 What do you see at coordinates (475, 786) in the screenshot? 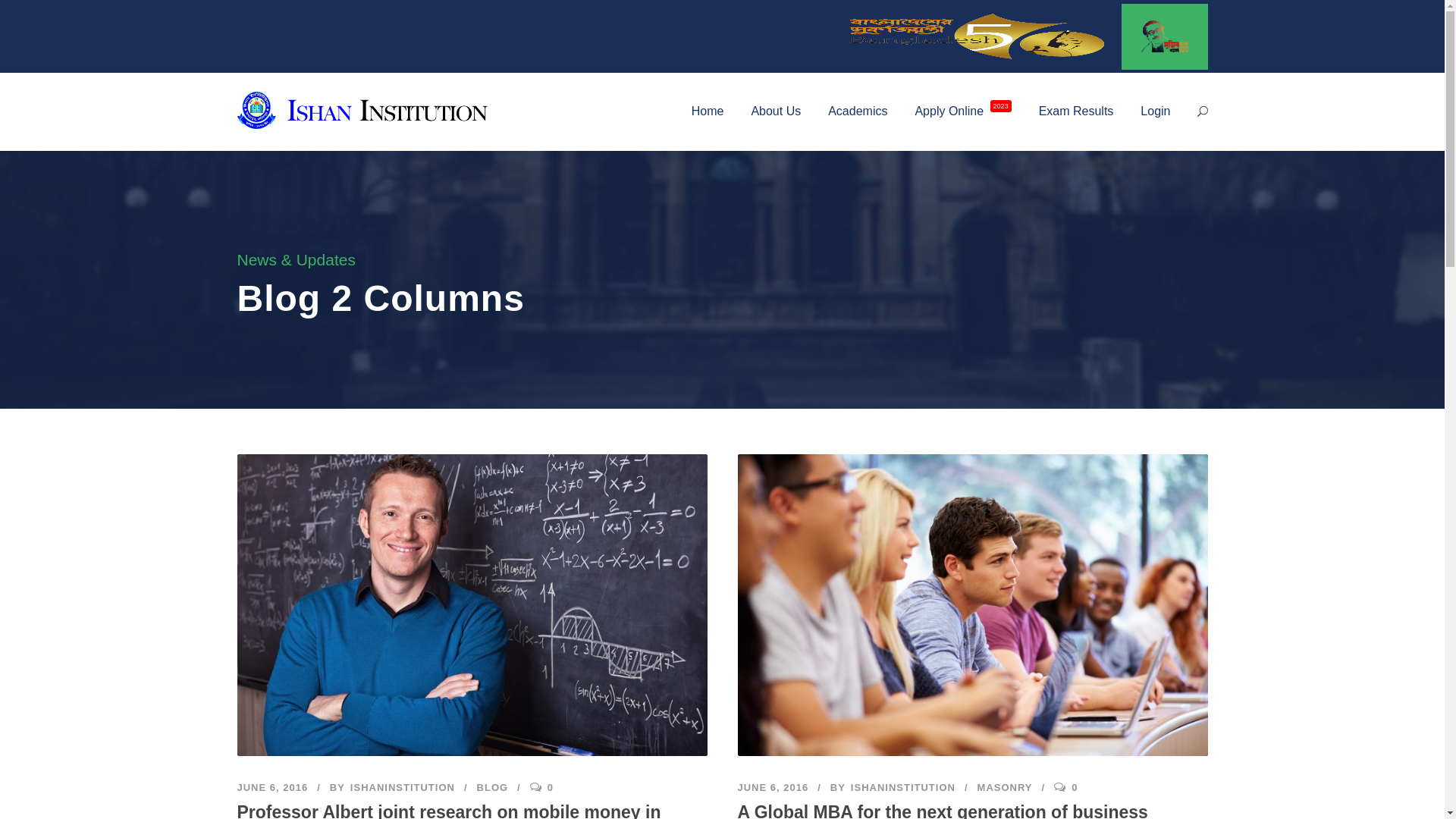
I see `'BLOG'` at bounding box center [475, 786].